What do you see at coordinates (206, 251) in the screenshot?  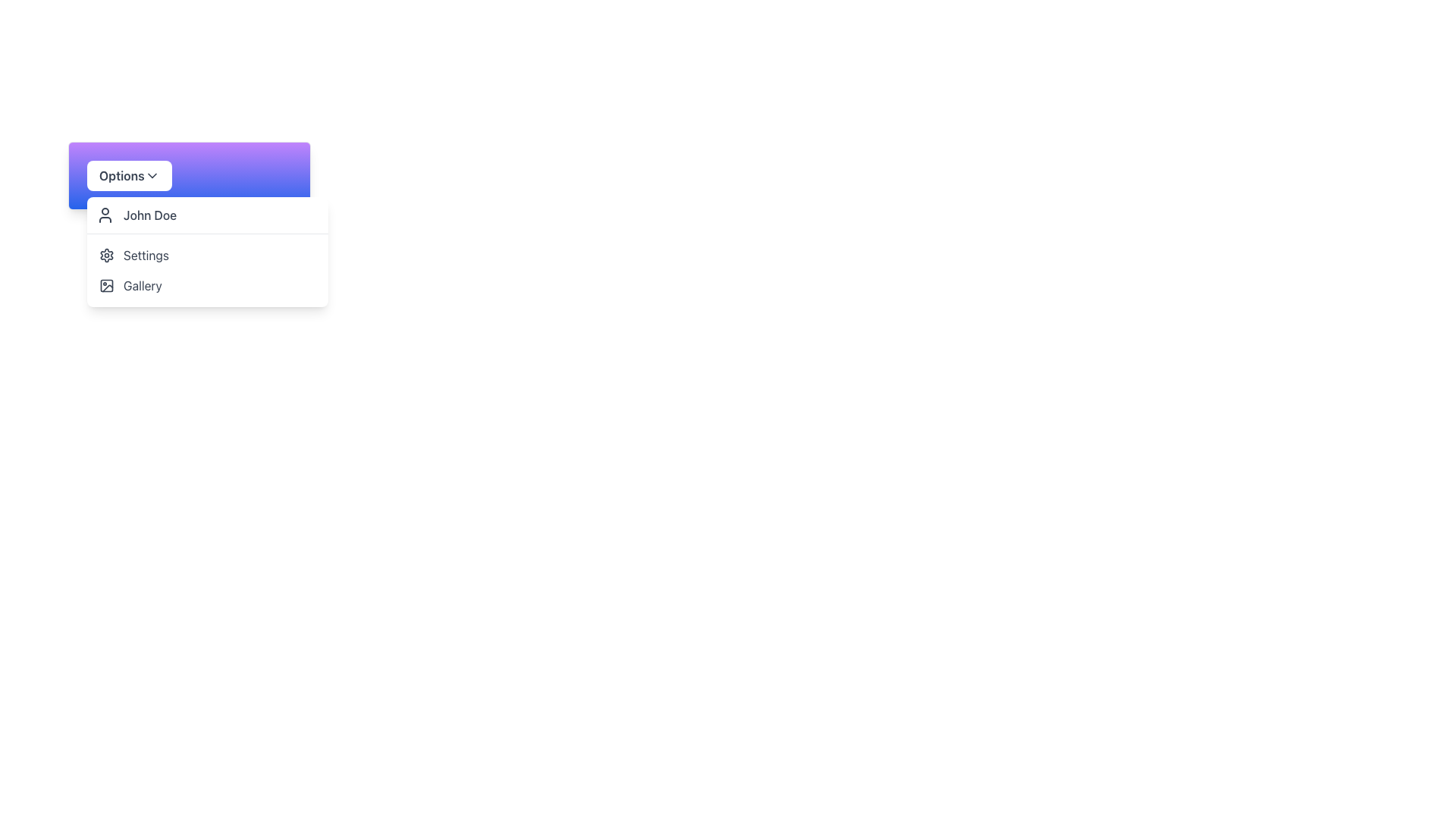 I see `the second item in the dropdown menu under the 'Options' button` at bounding box center [206, 251].